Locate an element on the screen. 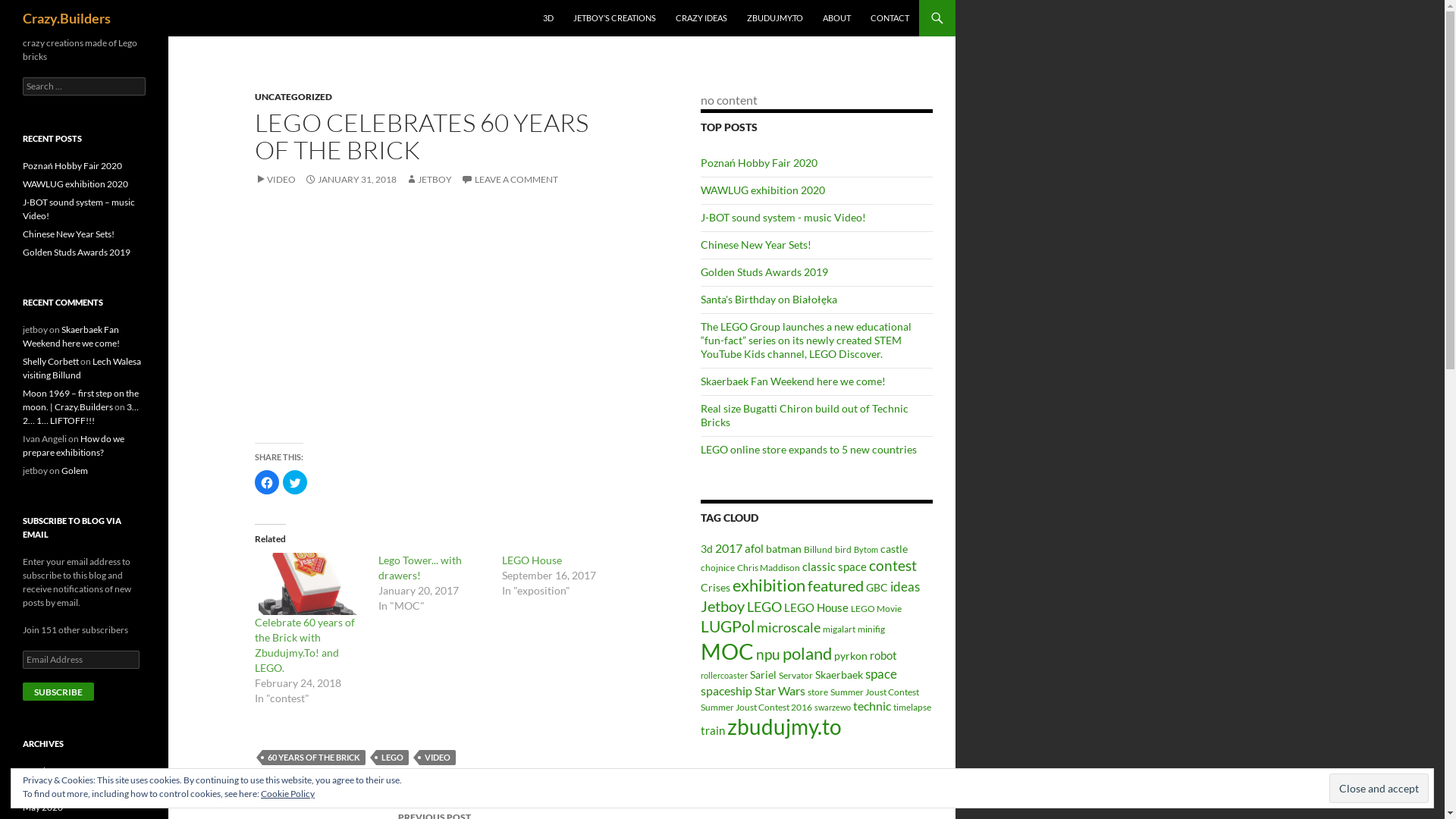 This screenshot has width=1456, height=819. 'featured' is located at coordinates (835, 584).